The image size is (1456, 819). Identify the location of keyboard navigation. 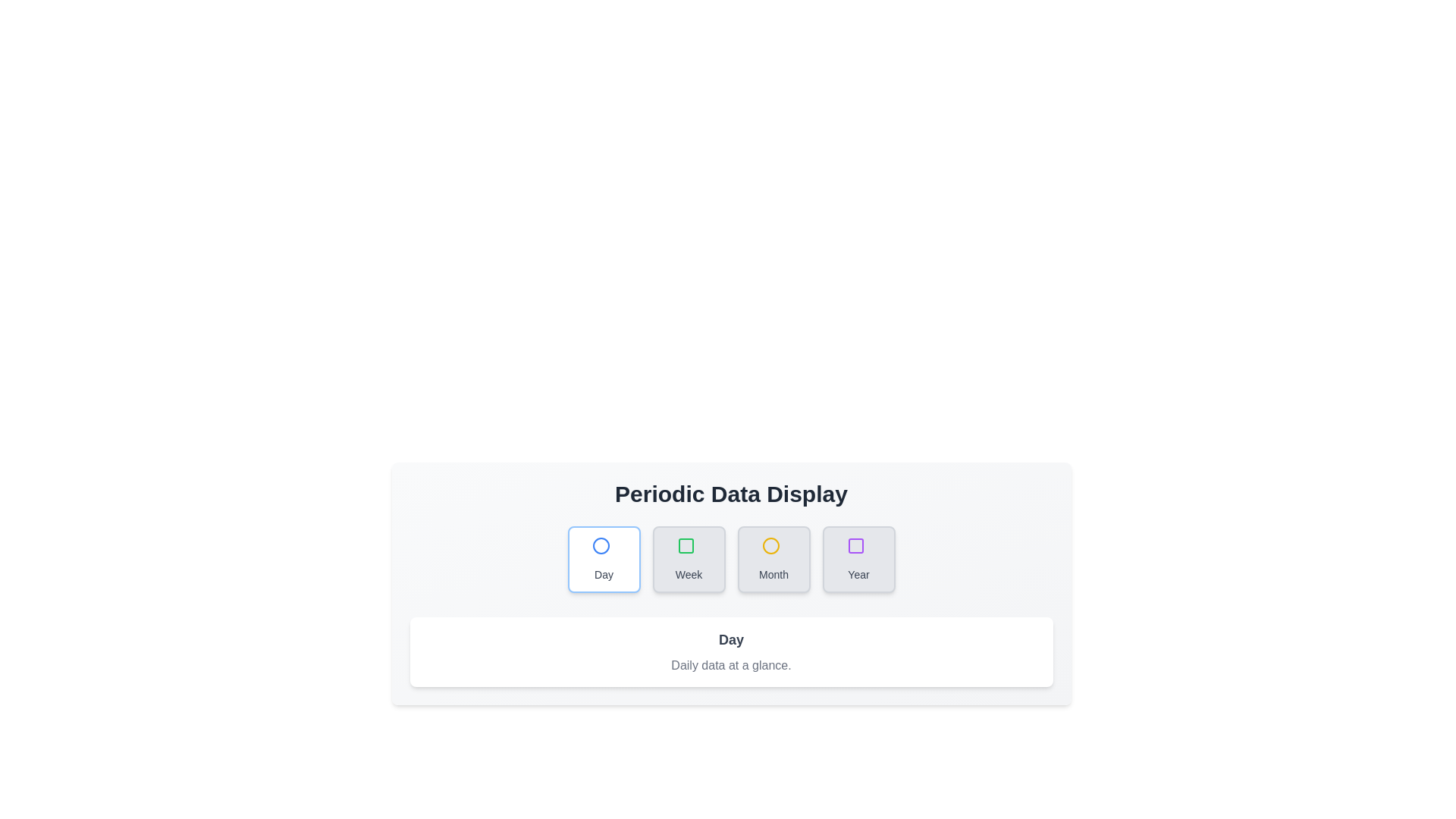
(731, 559).